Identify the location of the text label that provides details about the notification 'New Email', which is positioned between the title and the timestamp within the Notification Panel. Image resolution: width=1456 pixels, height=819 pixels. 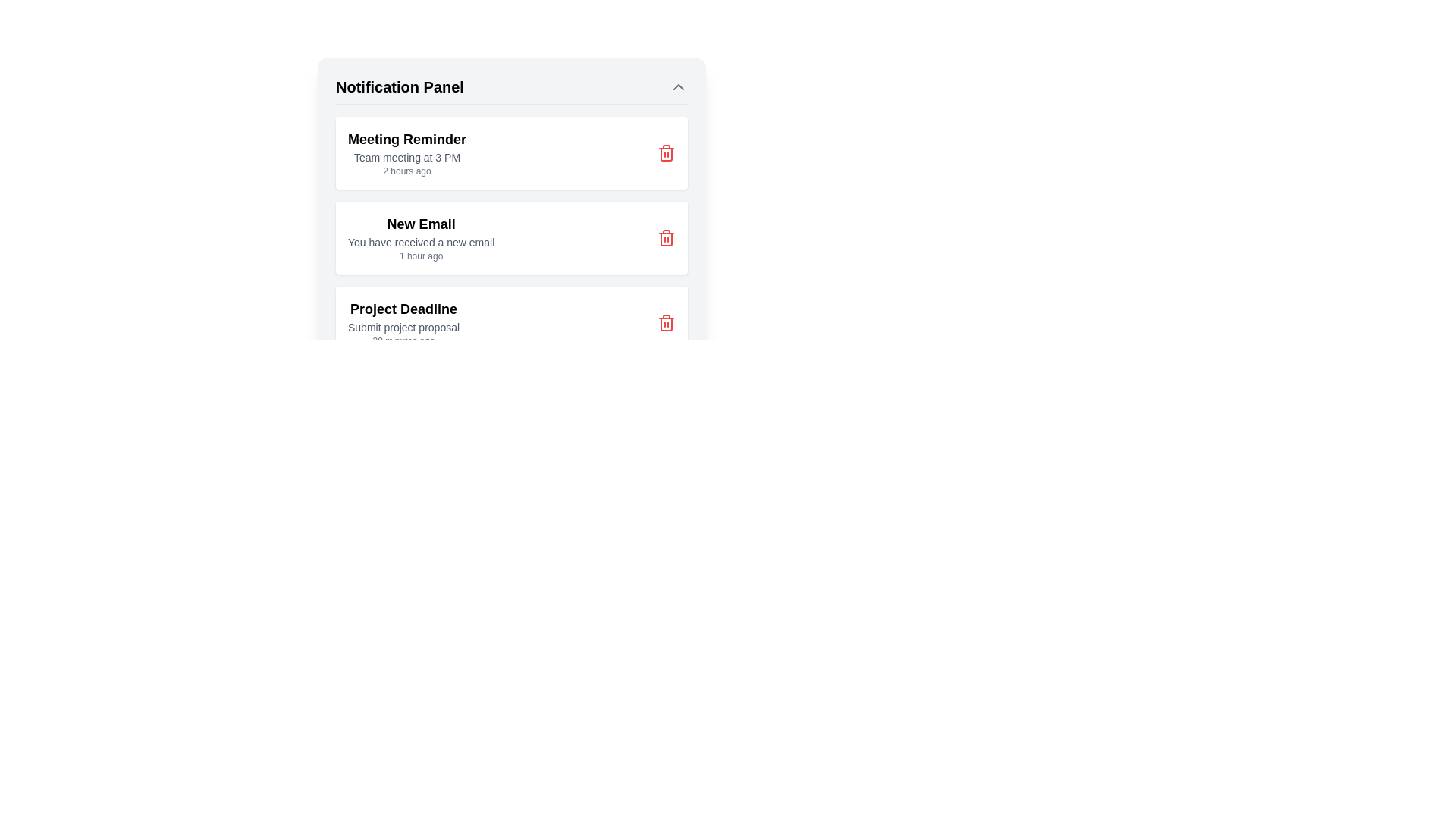
(421, 242).